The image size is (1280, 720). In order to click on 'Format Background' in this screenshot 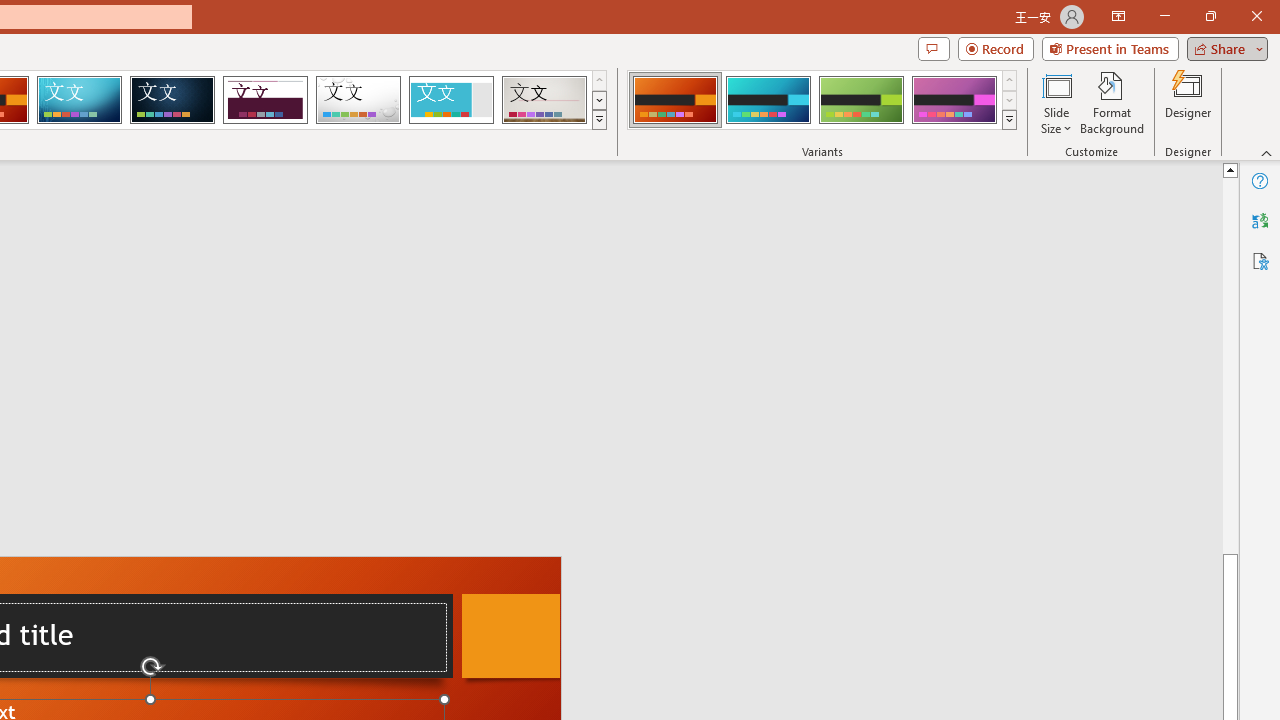, I will do `click(1111, 103)`.